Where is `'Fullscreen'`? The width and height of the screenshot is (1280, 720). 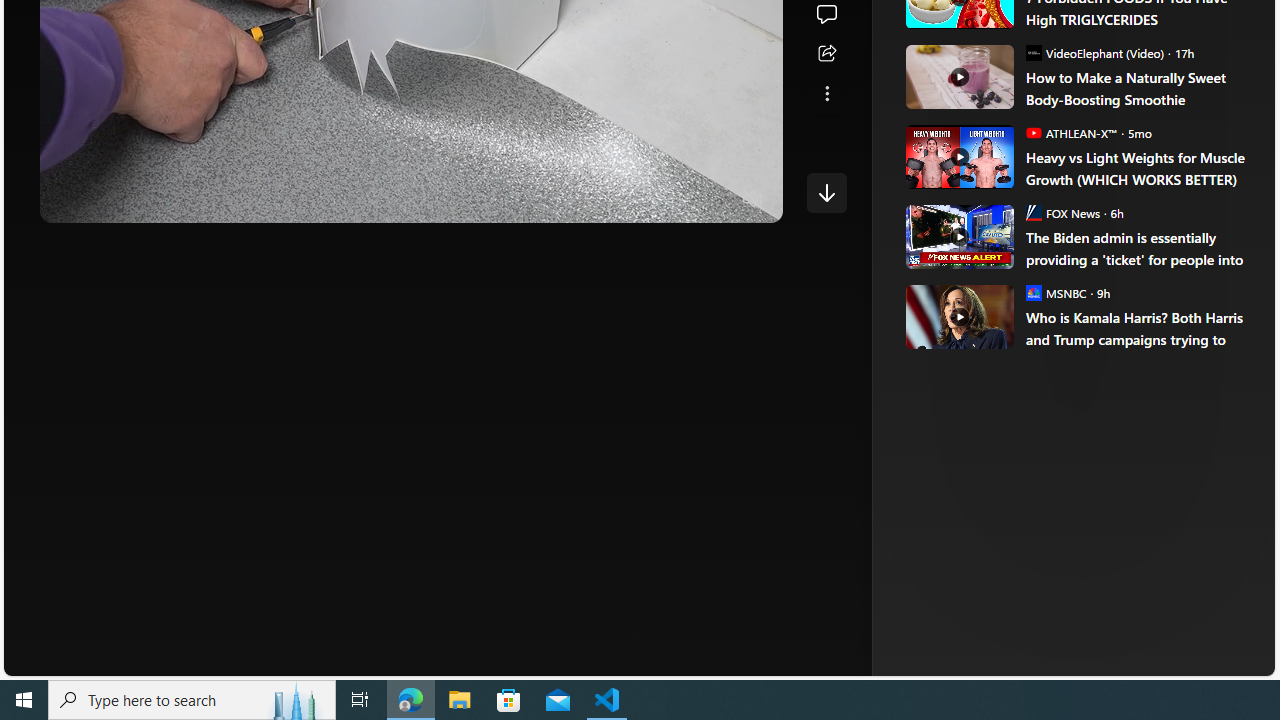 'Fullscreen' is located at coordinates (714, 200).